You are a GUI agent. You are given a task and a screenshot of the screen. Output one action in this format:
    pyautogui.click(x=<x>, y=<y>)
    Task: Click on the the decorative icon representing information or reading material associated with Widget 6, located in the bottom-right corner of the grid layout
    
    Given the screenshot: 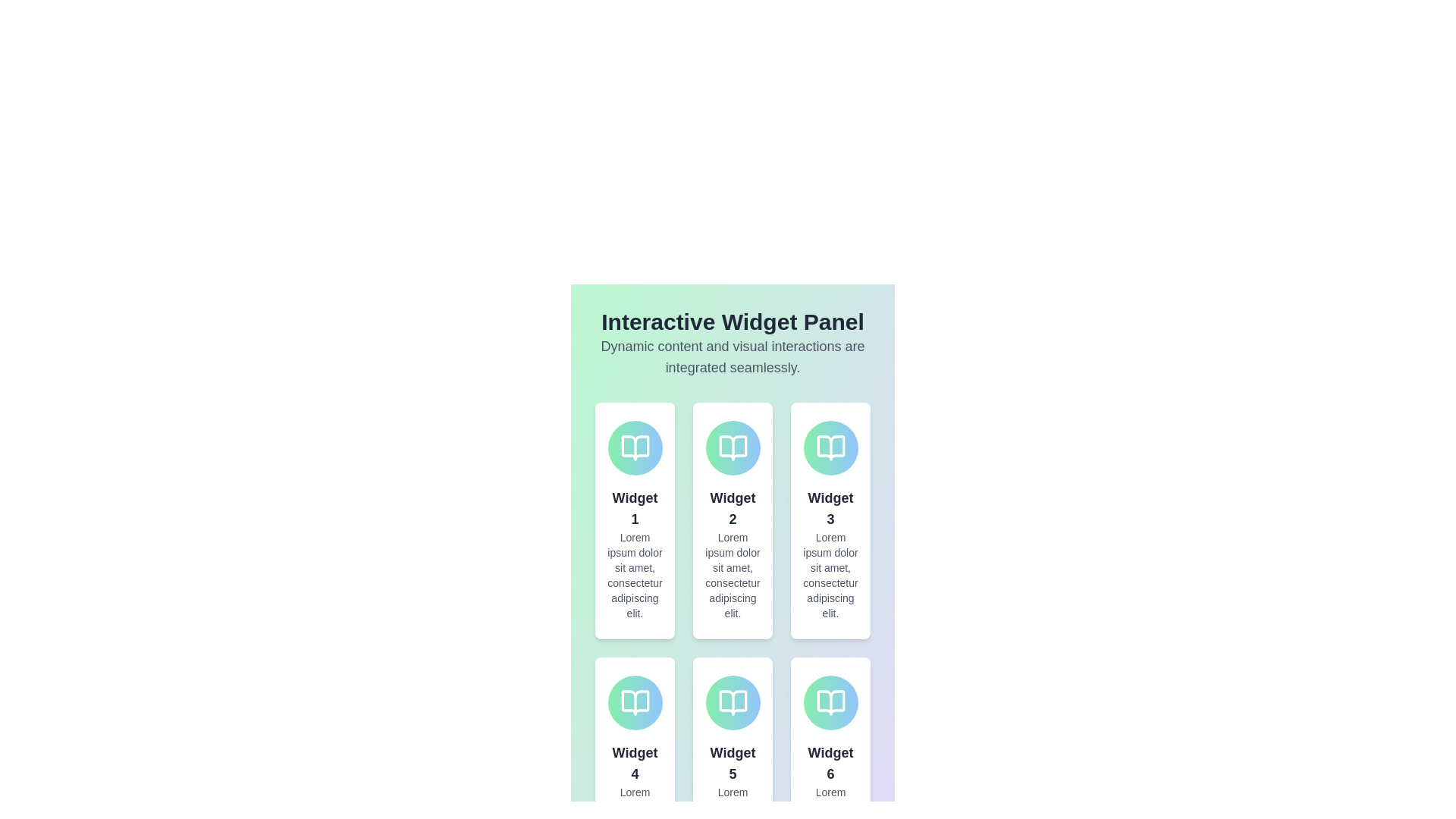 What is the action you would take?
    pyautogui.click(x=830, y=702)
    